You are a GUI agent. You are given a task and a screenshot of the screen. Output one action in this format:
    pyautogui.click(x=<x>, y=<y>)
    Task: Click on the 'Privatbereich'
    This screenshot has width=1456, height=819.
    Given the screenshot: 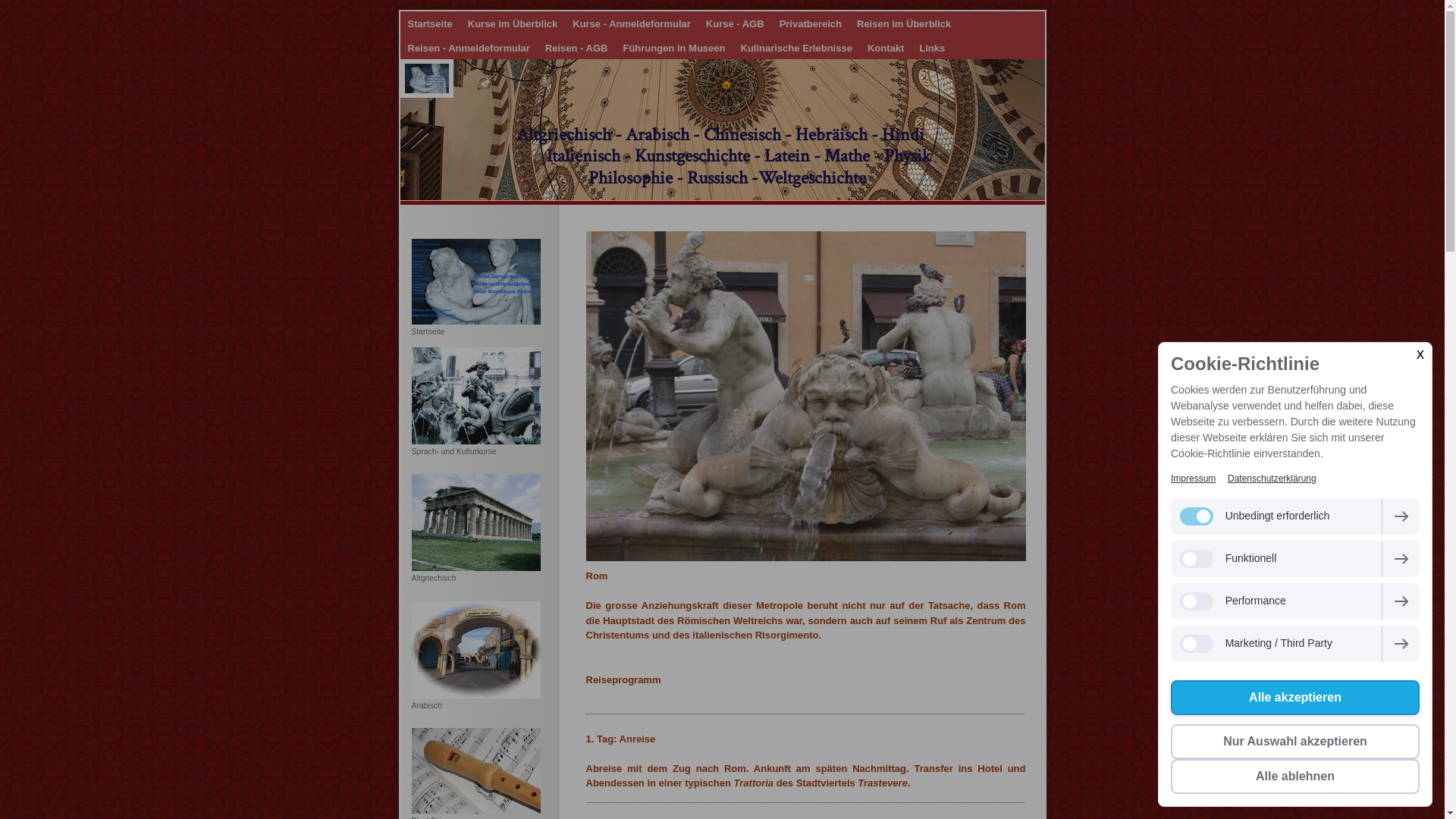 What is the action you would take?
    pyautogui.click(x=771, y=24)
    